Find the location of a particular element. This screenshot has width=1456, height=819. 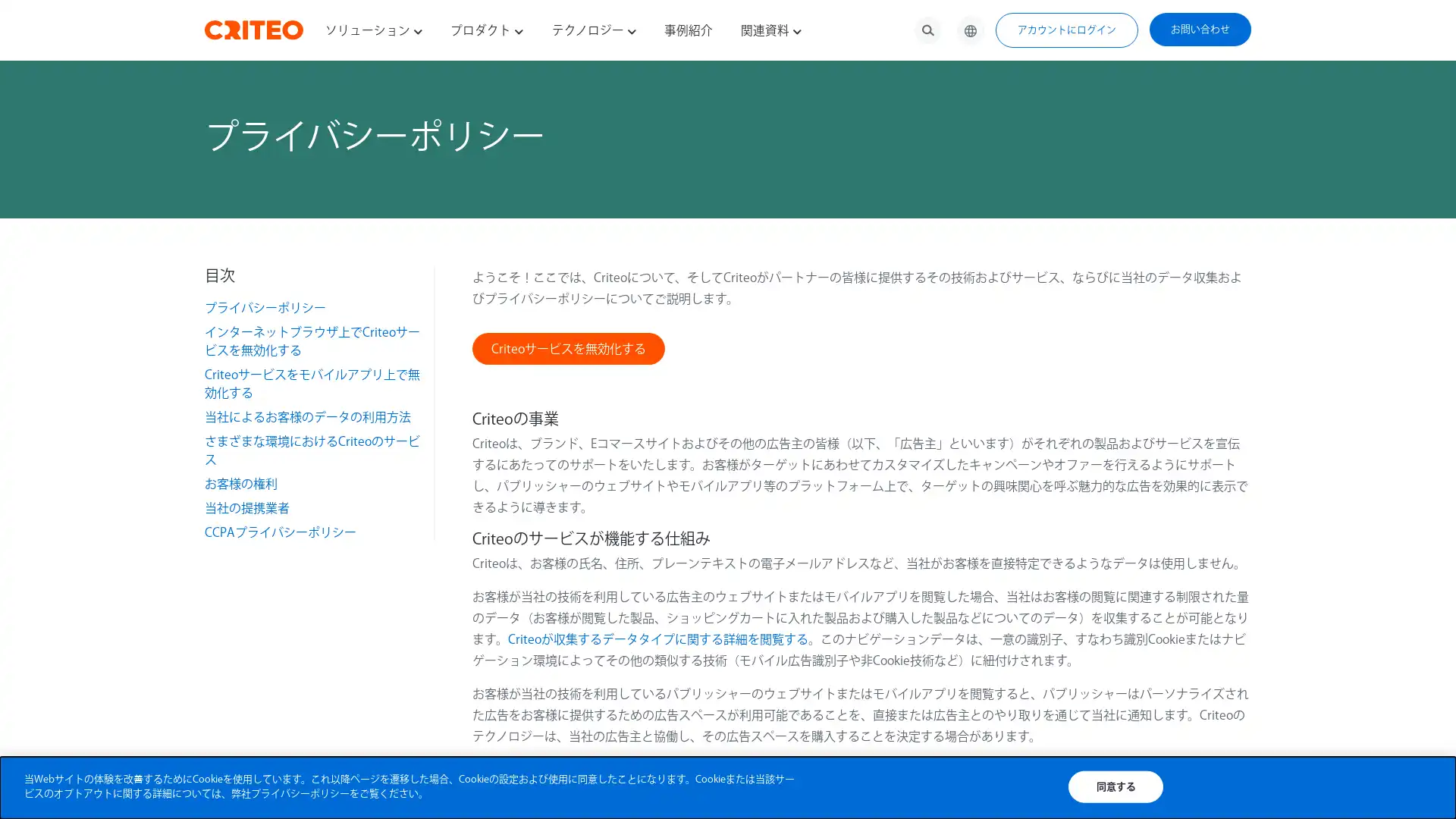

search is located at coordinates (927, 30).